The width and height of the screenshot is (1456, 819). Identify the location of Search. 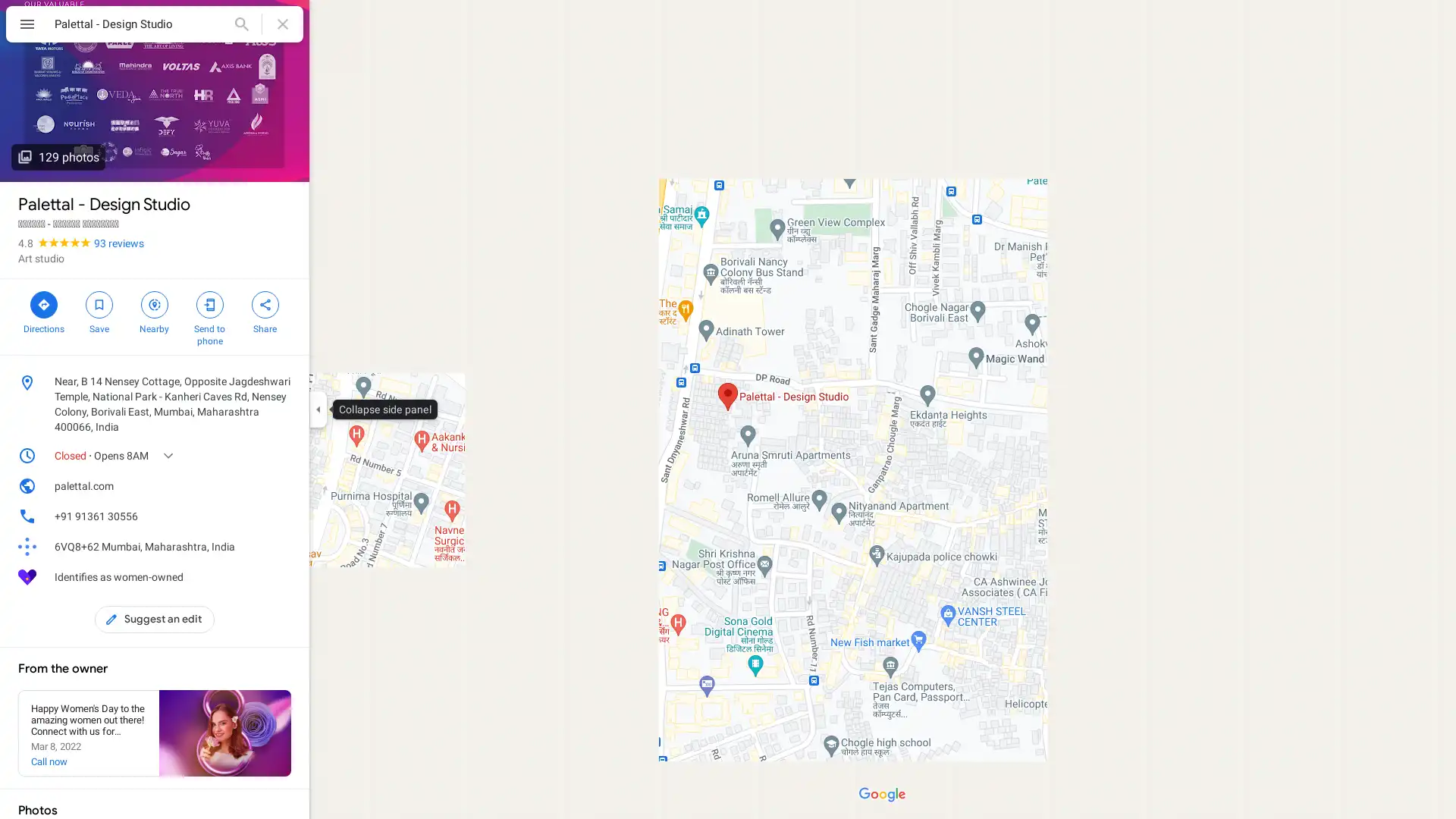
(240, 24).